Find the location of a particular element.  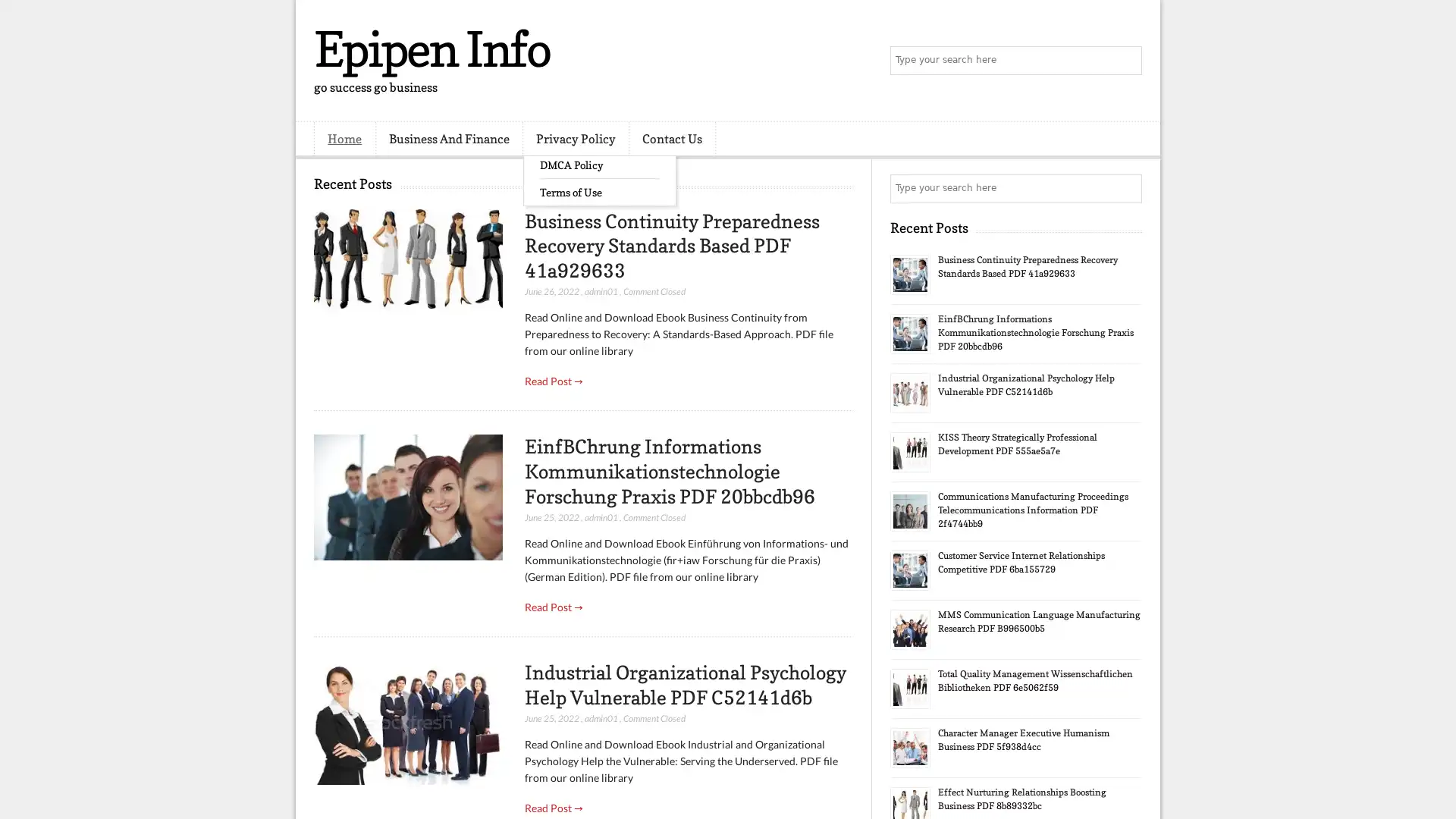

Search is located at coordinates (1126, 61).